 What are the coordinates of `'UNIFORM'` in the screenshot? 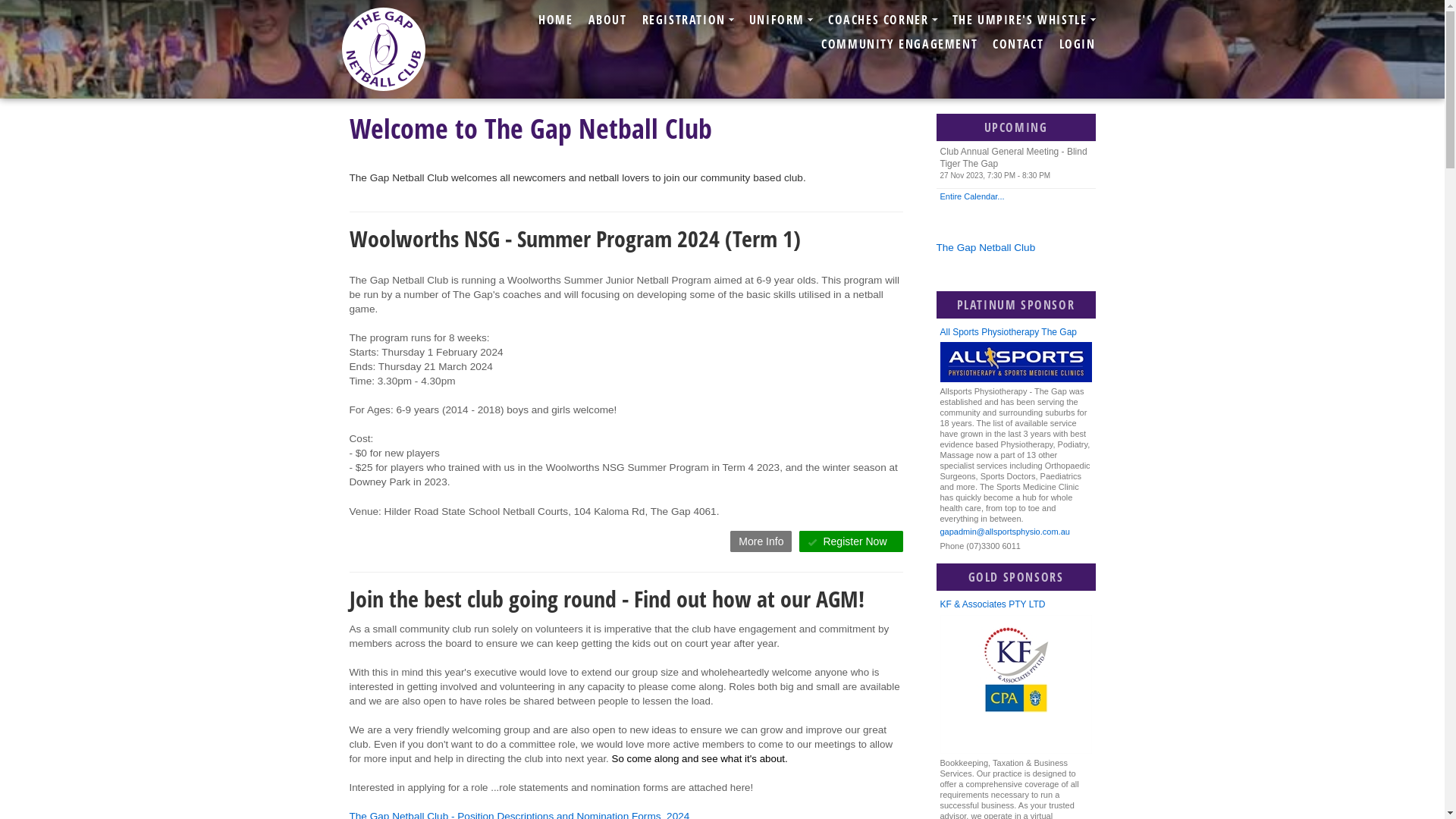 It's located at (781, 20).